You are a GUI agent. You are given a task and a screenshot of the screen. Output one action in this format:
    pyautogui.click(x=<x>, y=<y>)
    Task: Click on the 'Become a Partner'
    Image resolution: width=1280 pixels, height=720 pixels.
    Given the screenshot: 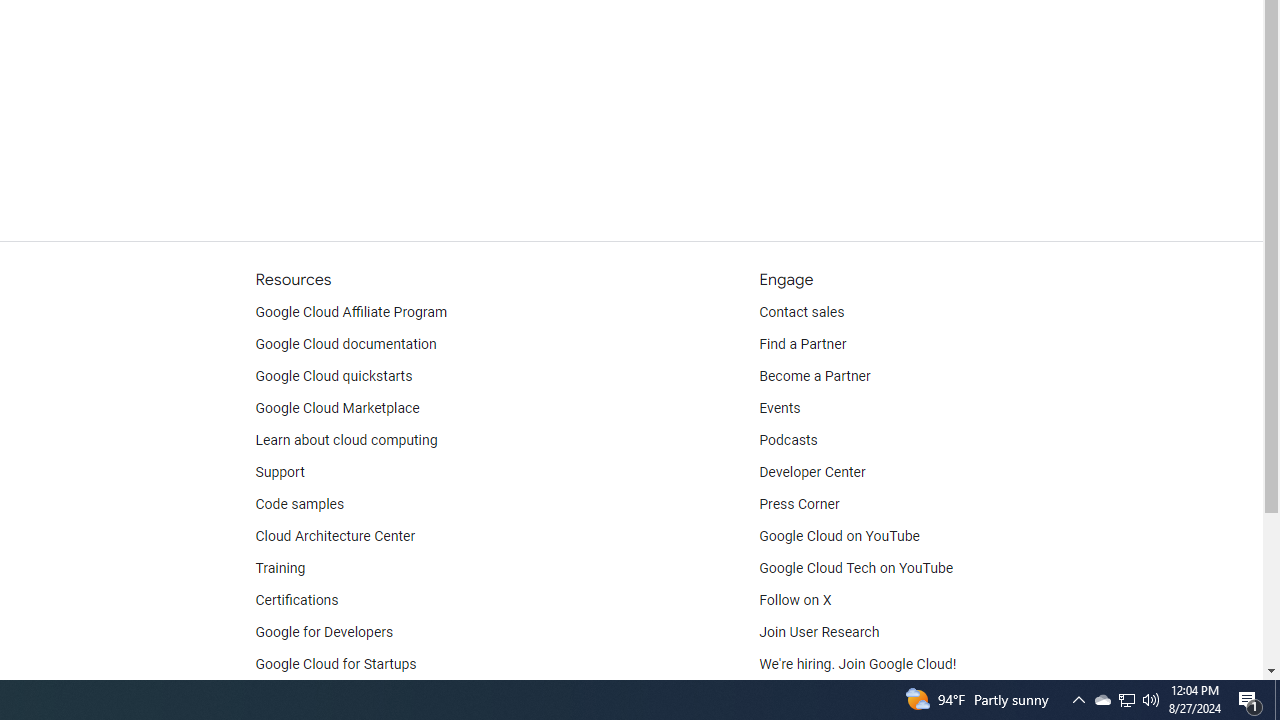 What is the action you would take?
    pyautogui.click(x=814, y=376)
    